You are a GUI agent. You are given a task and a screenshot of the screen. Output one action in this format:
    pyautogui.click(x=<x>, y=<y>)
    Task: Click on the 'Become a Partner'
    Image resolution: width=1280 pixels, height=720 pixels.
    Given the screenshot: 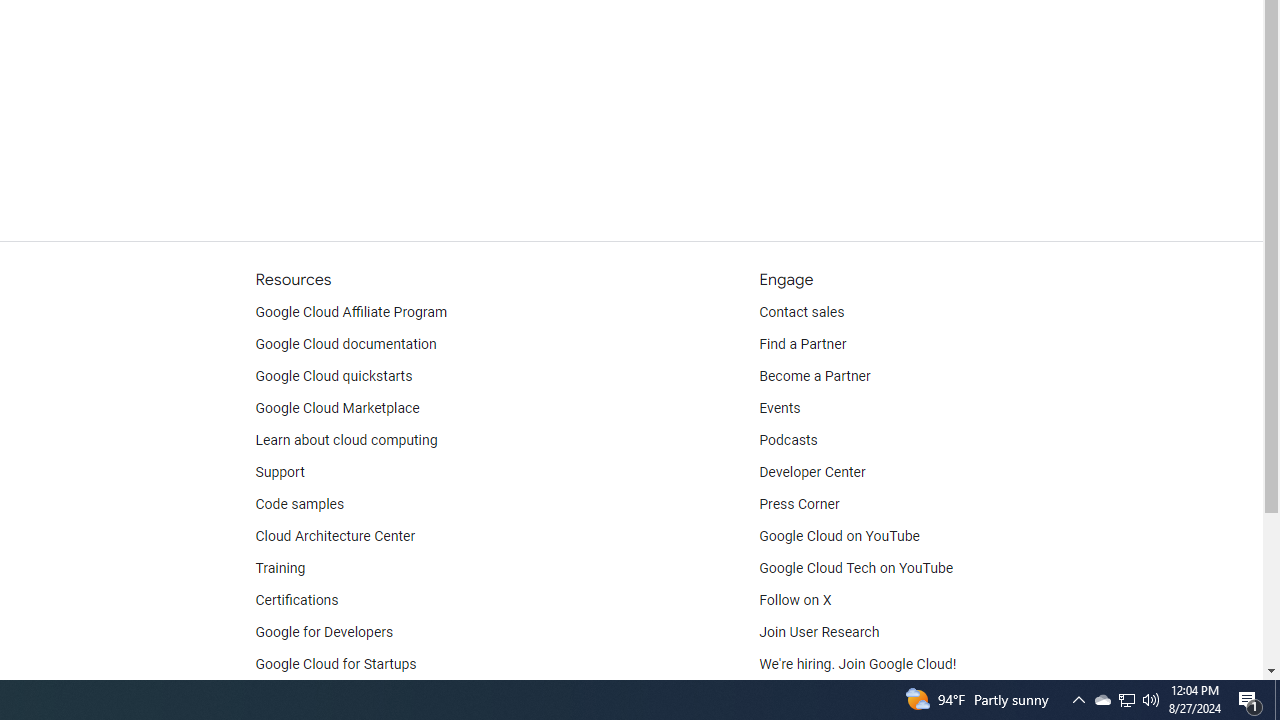 What is the action you would take?
    pyautogui.click(x=814, y=376)
    